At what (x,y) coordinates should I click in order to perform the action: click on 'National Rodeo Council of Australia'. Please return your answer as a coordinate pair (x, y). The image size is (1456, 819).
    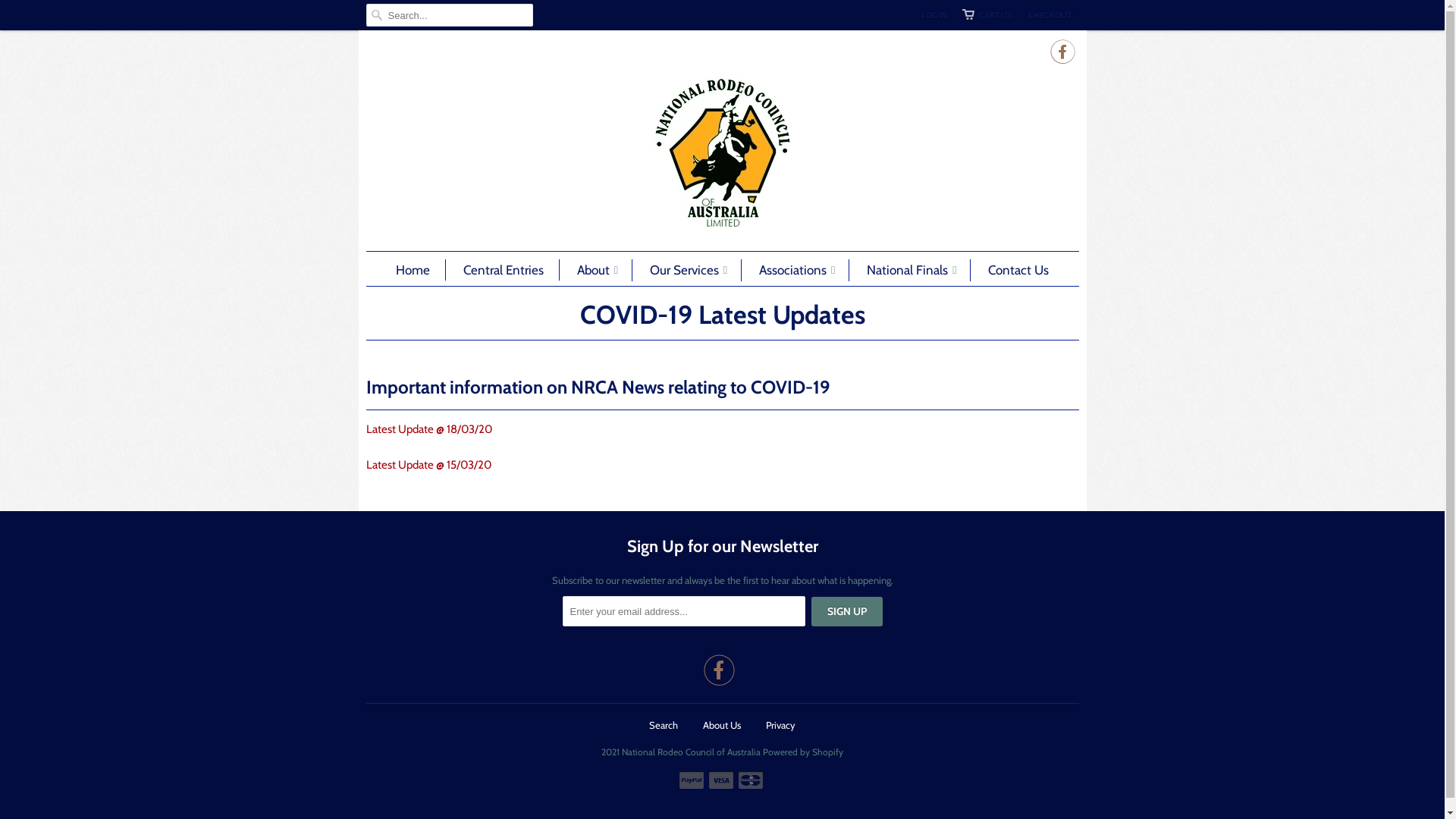
    Looking at the image, I should click on (720, 152).